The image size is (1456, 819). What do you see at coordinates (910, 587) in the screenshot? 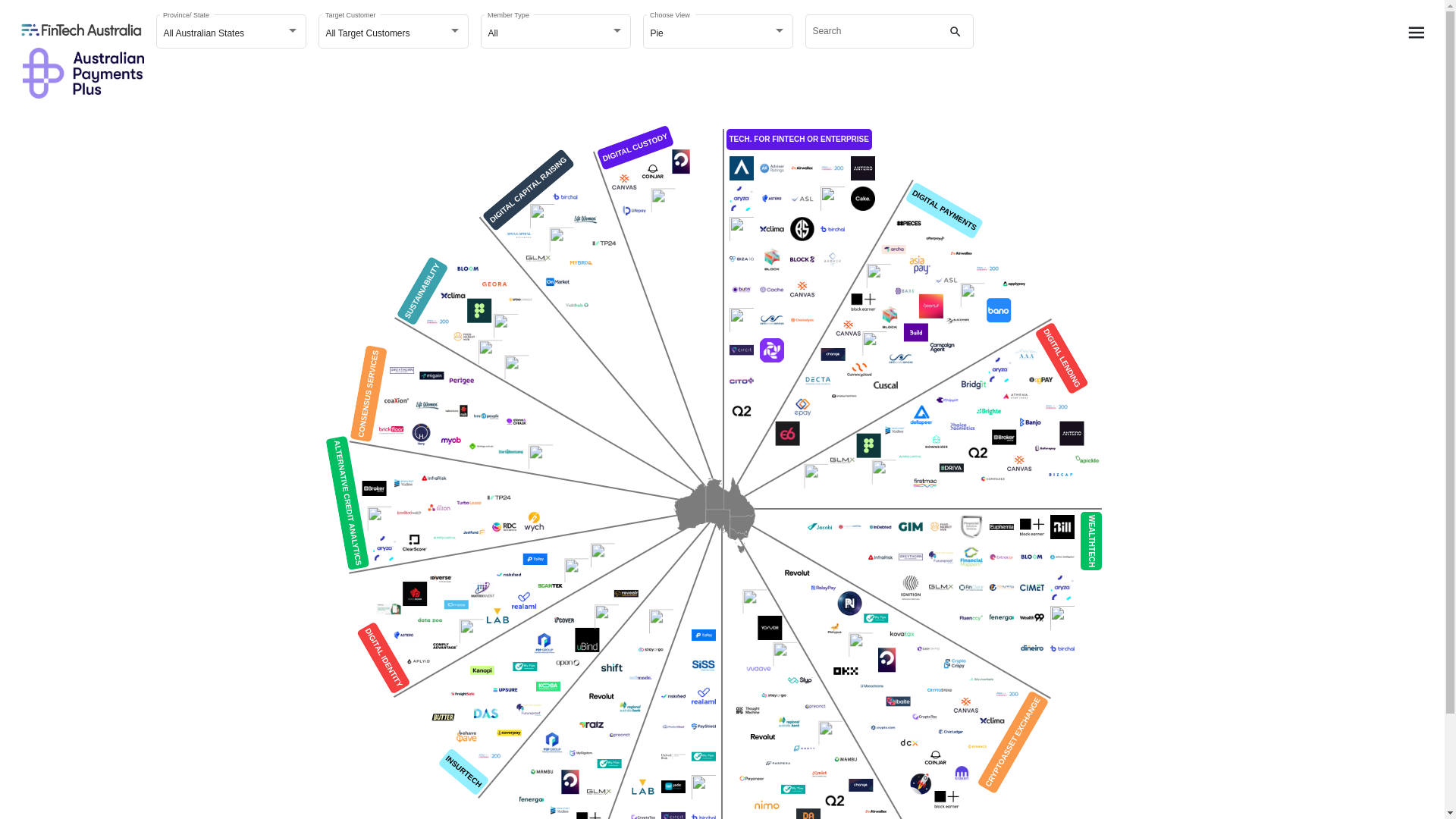
I see `'Ignition Advice'` at bounding box center [910, 587].